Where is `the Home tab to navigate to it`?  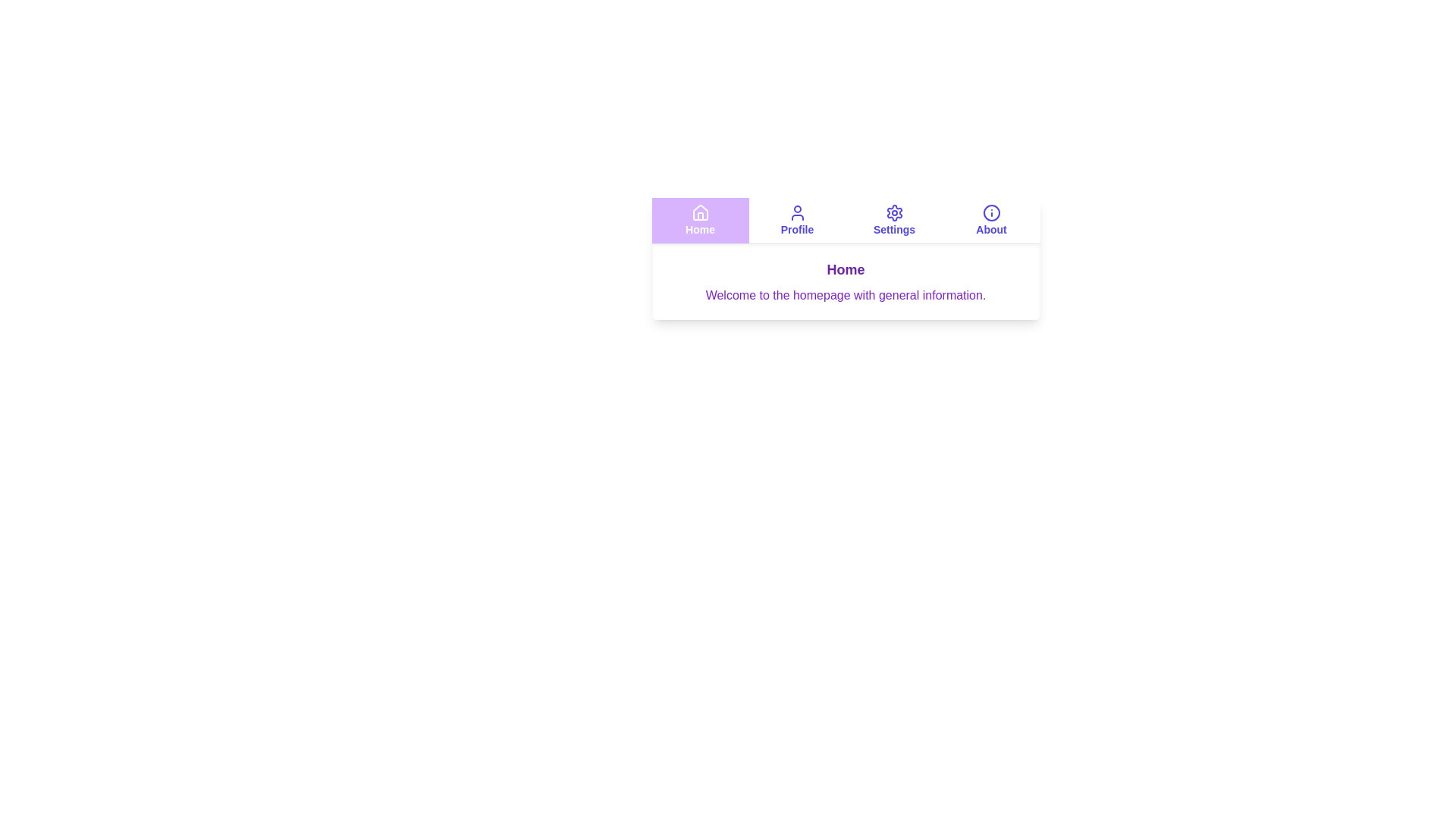 the Home tab to navigate to it is located at coordinates (699, 220).